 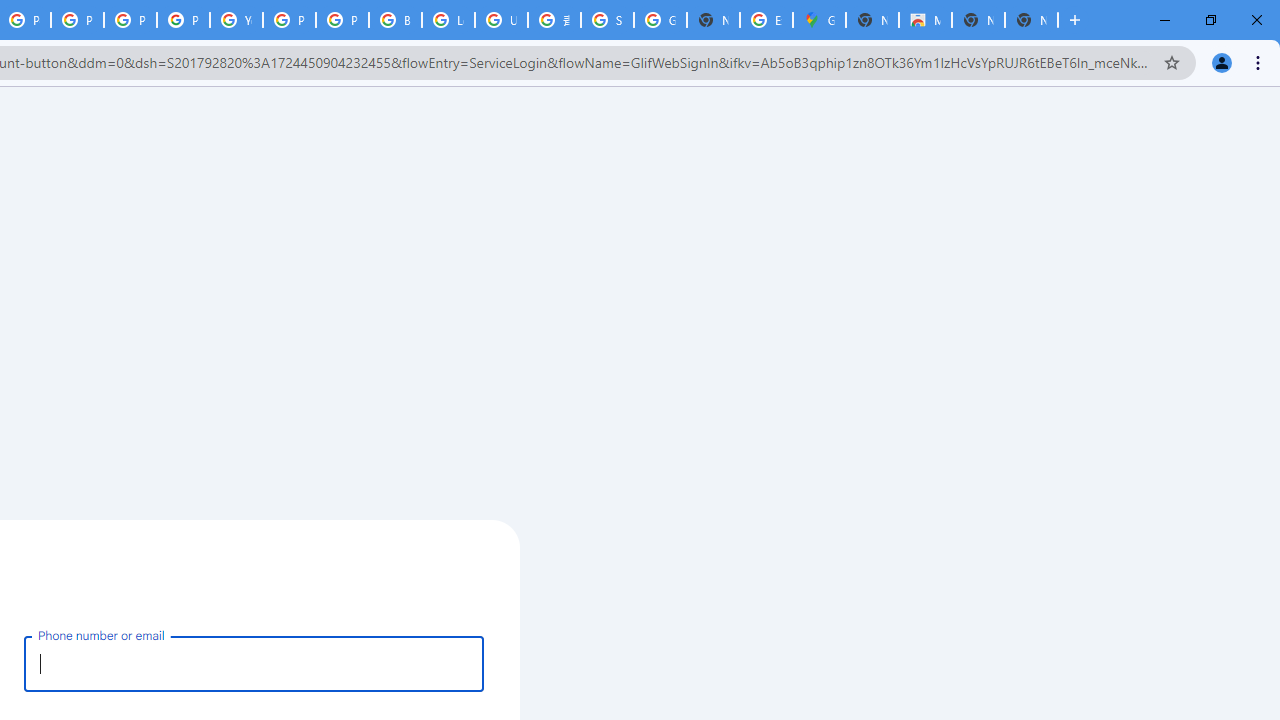 What do you see at coordinates (236, 20) in the screenshot?
I see `'YouTube'` at bounding box center [236, 20].